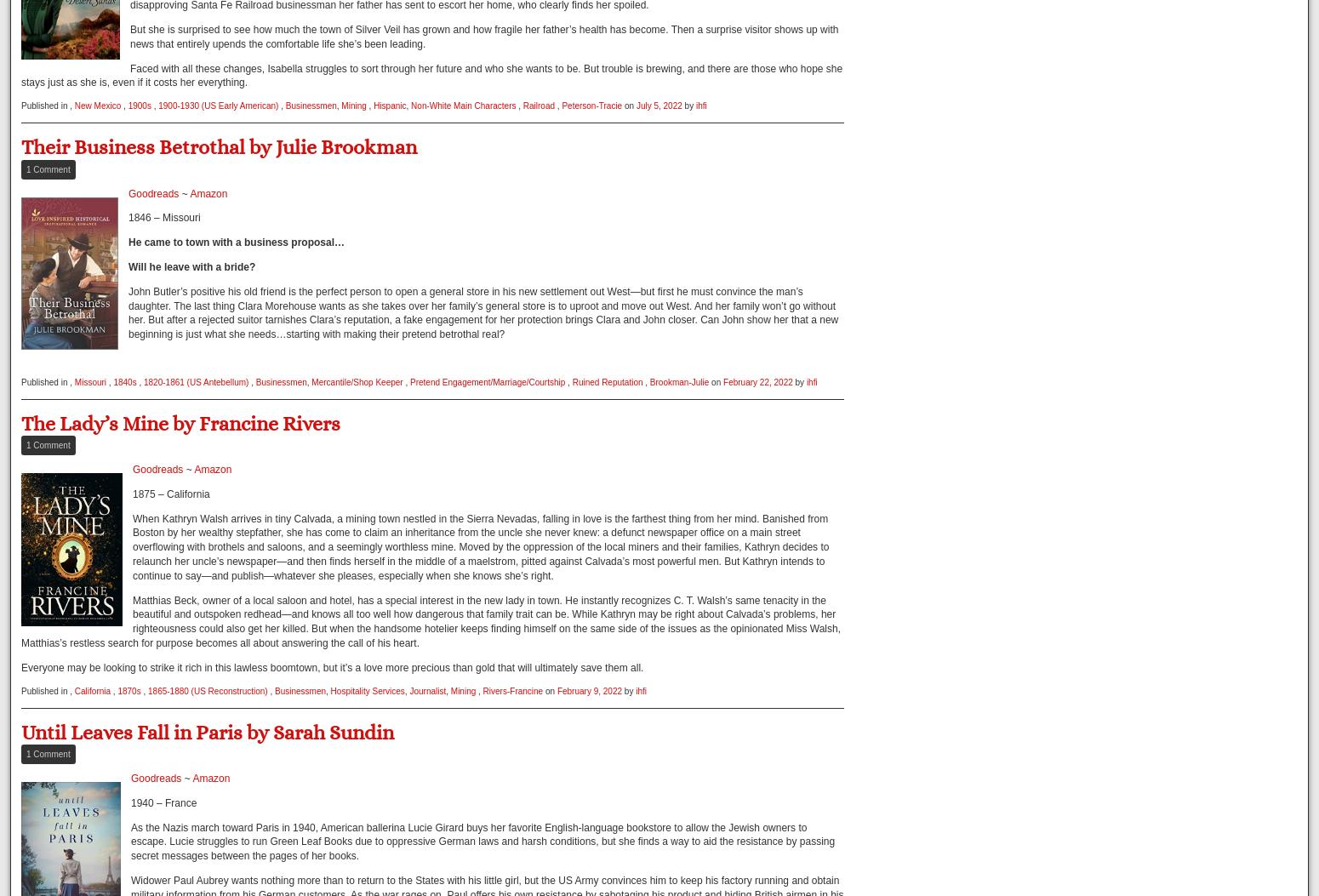 Image resolution: width=1319 pixels, height=896 pixels. What do you see at coordinates (97, 106) in the screenshot?
I see `'New Mexico'` at bounding box center [97, 106].